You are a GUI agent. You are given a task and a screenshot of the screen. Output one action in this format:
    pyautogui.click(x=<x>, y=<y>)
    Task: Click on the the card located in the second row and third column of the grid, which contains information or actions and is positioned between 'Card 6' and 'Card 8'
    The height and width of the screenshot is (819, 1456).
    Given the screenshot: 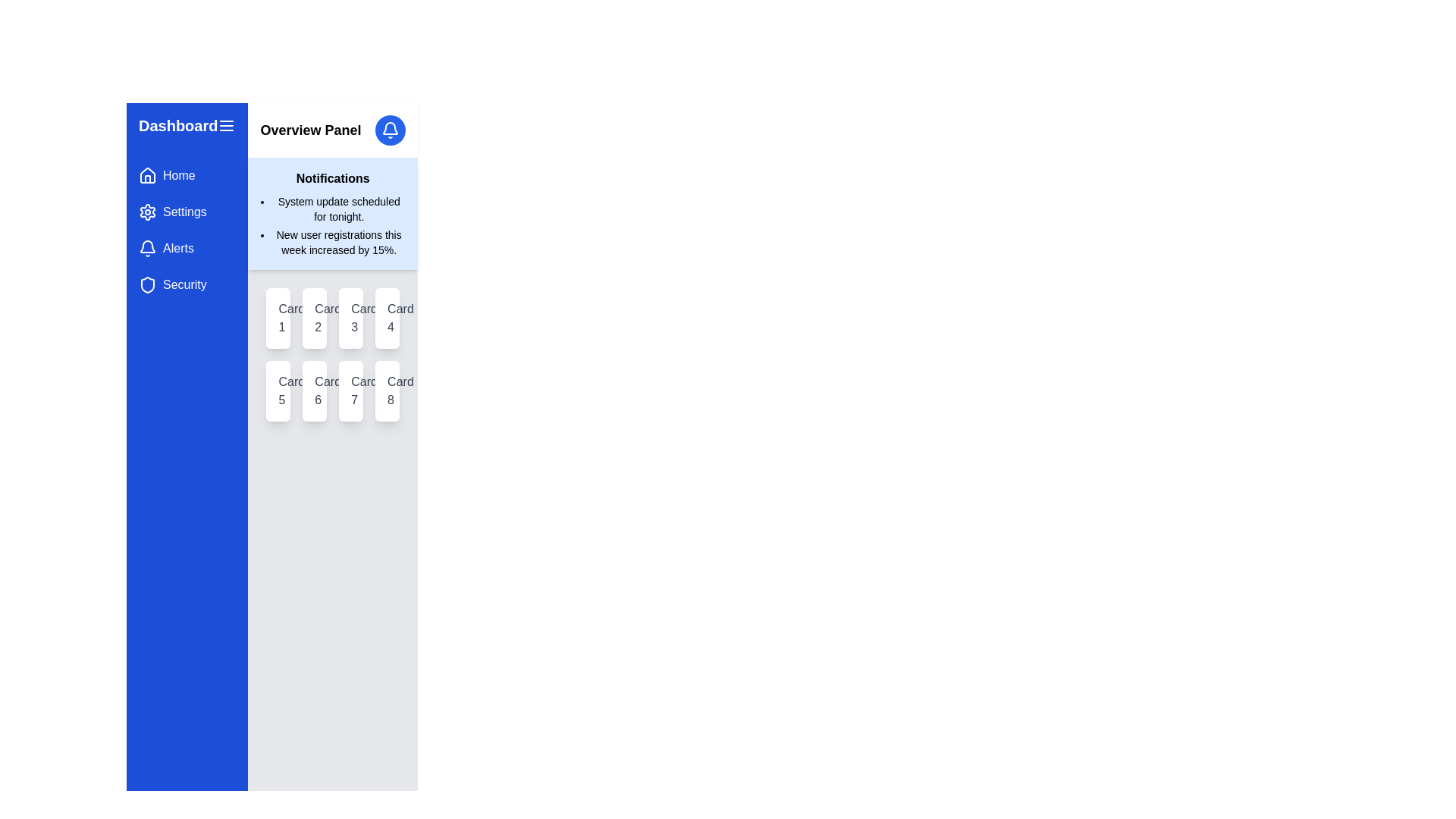 What is the action you would take?
    pyautogui.click(x=350, y=391)
    